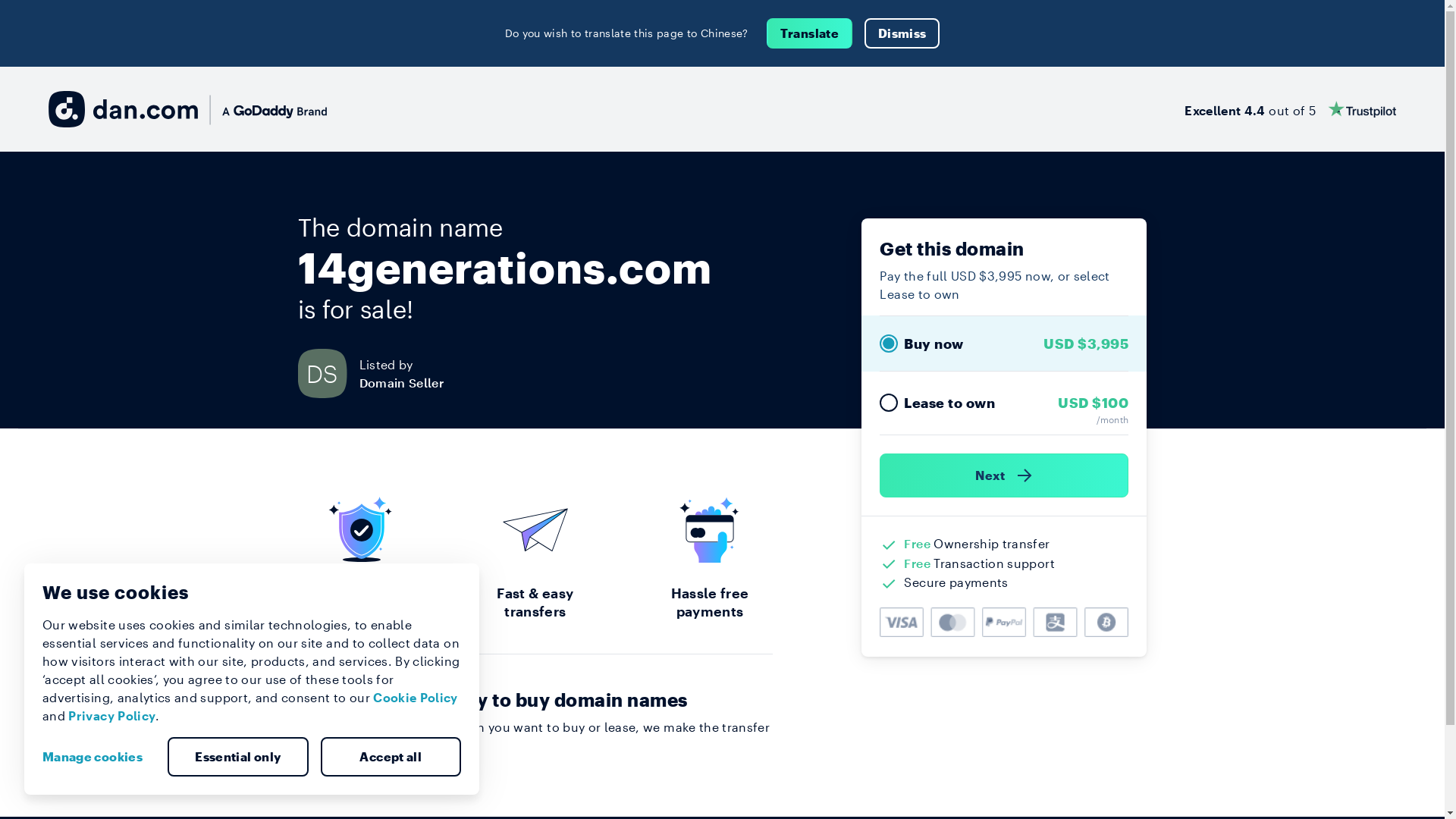 The width and height of the screenshot is (1456, 819). What do you see at coordinates (1289, 108) in the screenshot?
I see `'Excellent 4.4 out of 5'` at bounding box center [1289, 108].